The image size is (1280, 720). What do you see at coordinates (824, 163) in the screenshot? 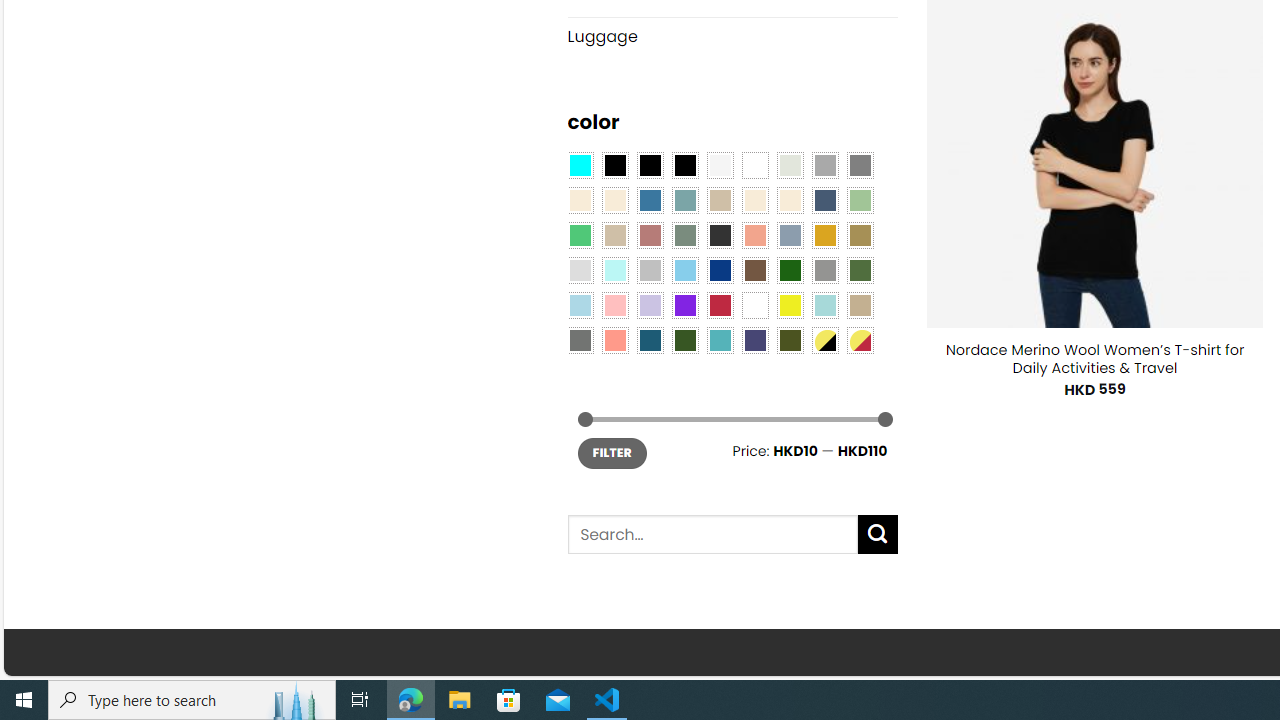
I see `'Dark Gray'` at bounding box center [824, 163].